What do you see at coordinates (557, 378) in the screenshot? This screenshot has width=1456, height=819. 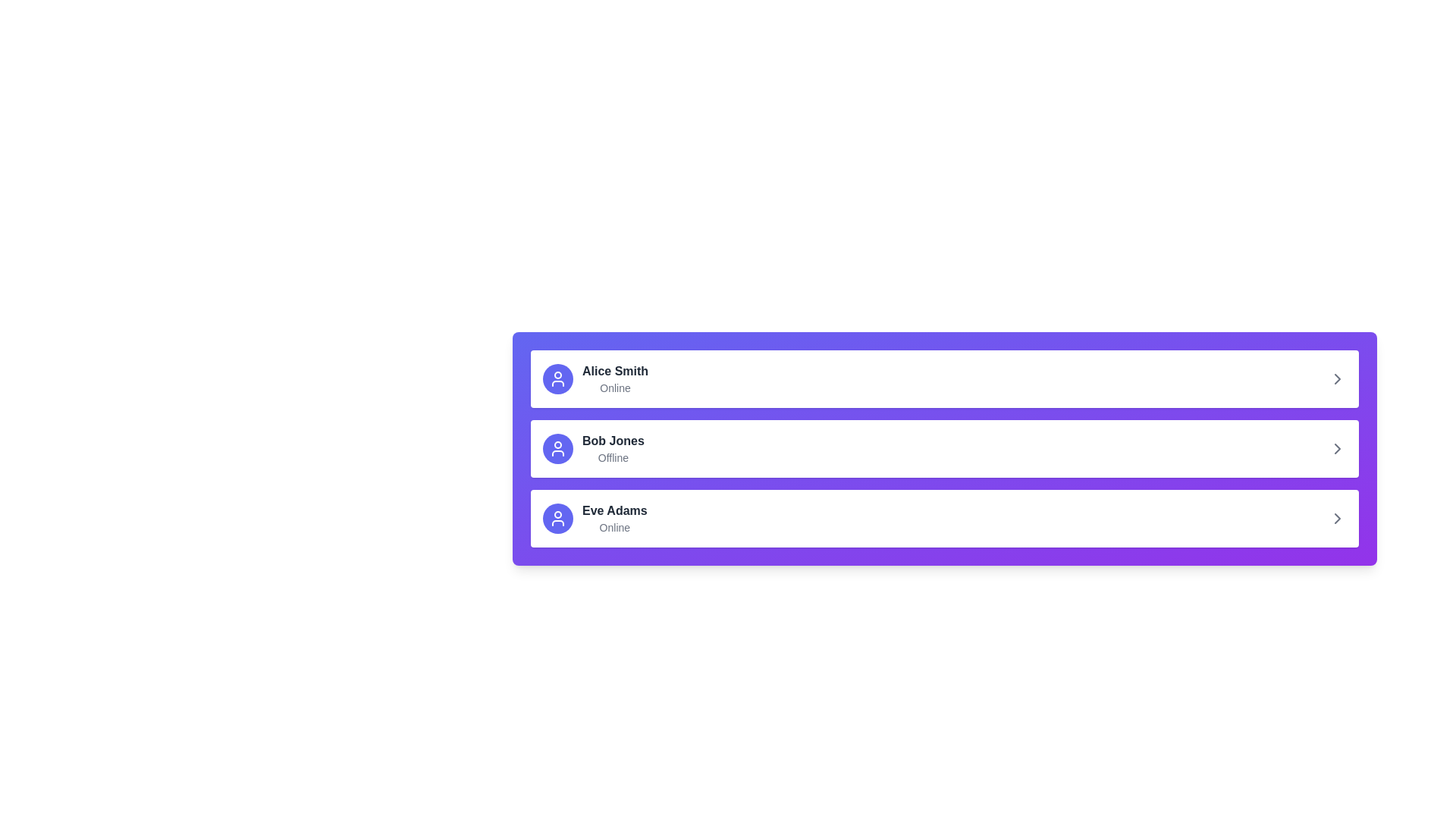 I see `on the circular profile icon with a blue background and white user figure outline, located` at bounding box center [557, 378].